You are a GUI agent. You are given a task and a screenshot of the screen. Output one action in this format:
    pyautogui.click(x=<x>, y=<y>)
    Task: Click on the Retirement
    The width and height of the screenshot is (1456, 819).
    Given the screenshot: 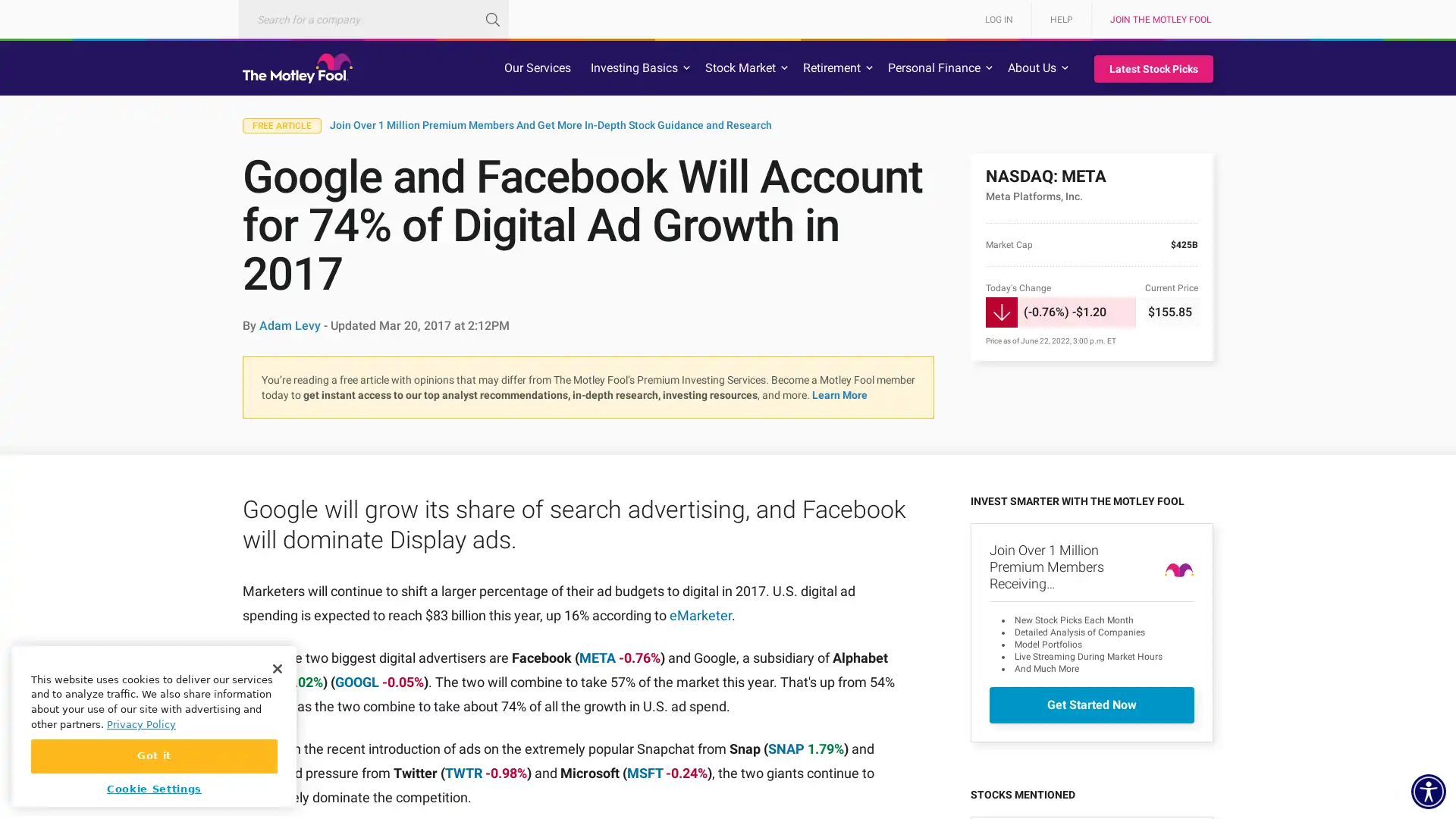 What is the action you would take?
    pyautogui.click(x=831, y=67)
    